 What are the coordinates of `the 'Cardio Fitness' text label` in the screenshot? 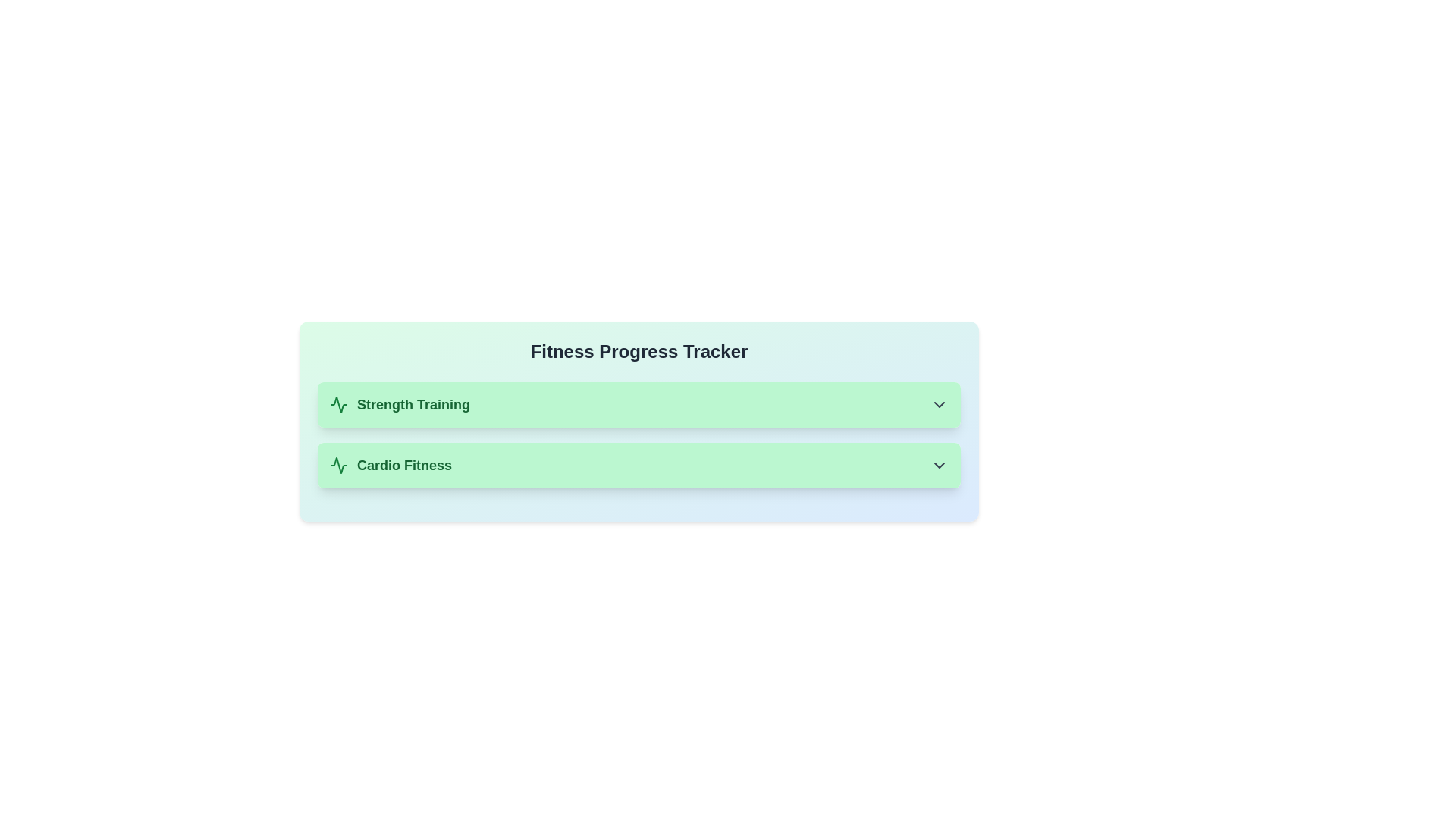 It's located at (404, 464).